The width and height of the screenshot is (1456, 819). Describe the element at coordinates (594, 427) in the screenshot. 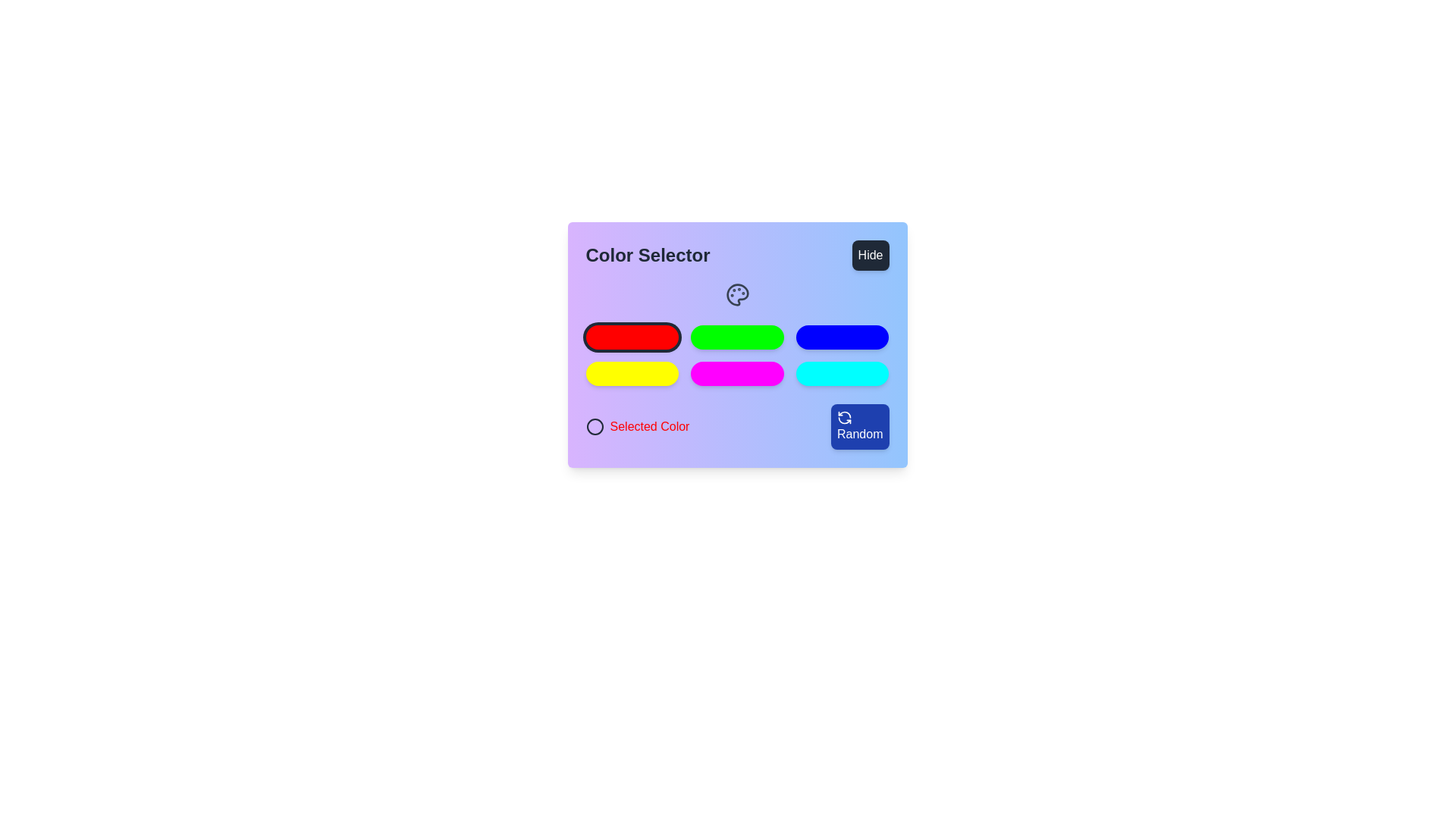

I see `the circular icon located in the center of the interface, which is part of a compact interactive design and positioned above the color selection buttons` at that location.